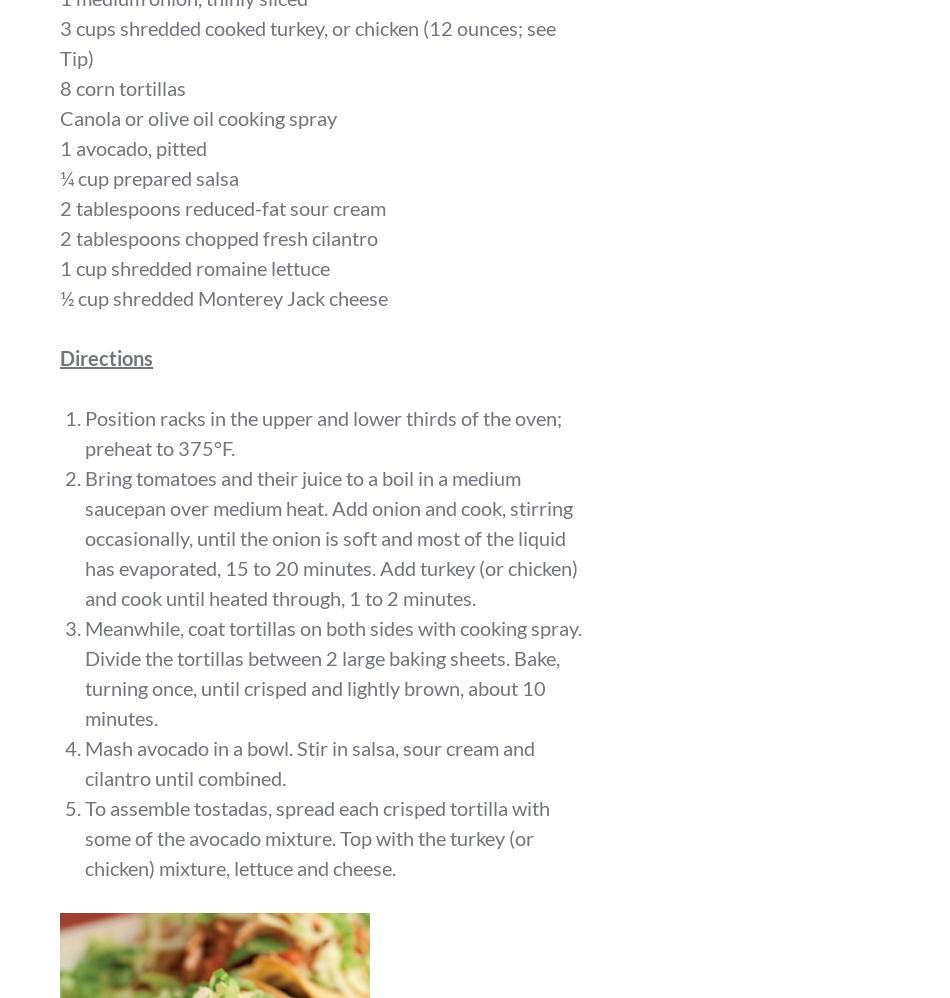 The image size is (950, 998). I want to click on 'Mash avocado in a bowl. Stir in salsa, sour cream and cilantro until combined.', so click(308, 760).